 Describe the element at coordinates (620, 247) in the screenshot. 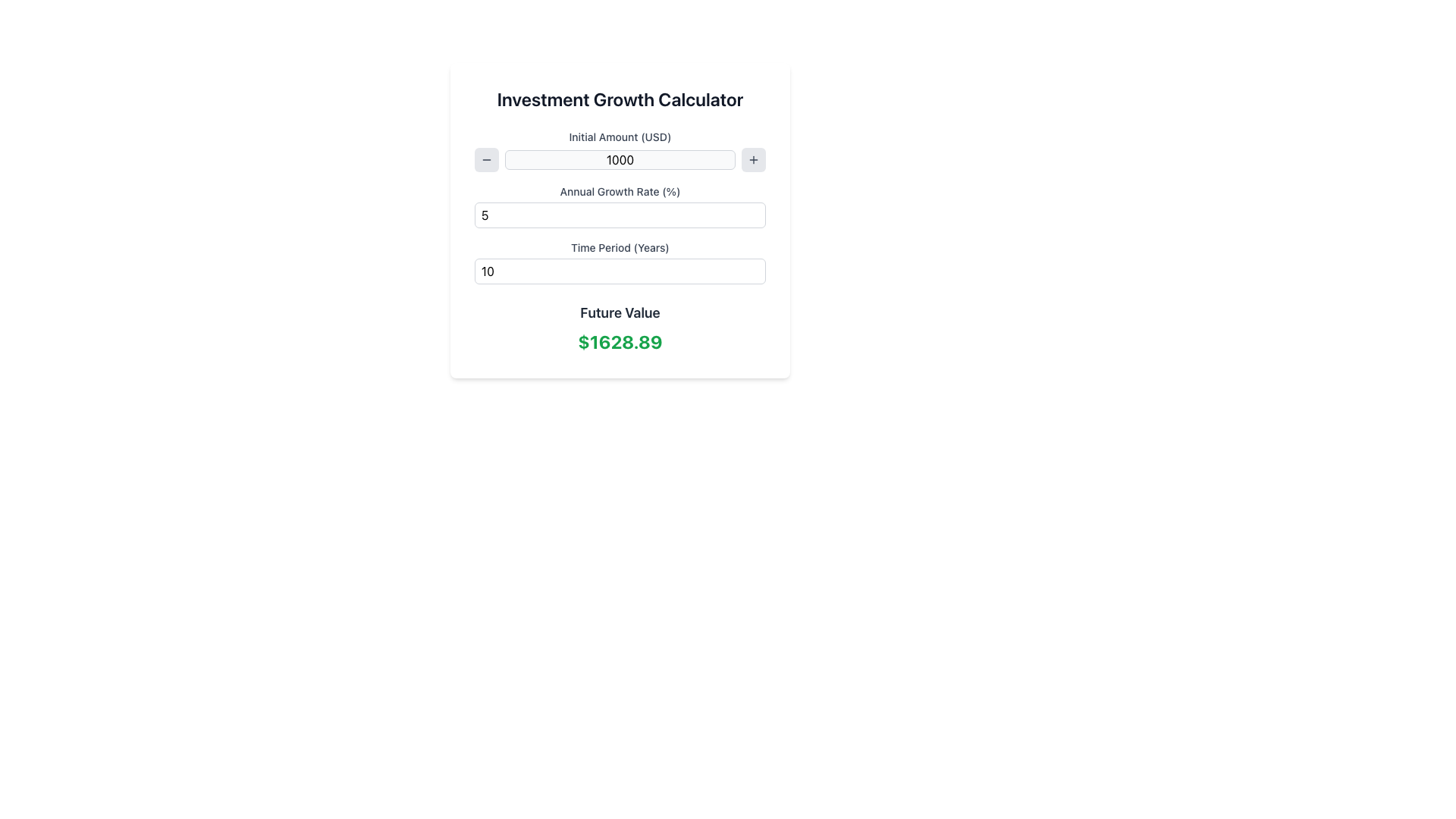

I see `the static text label that indicates 'Time Period (Years)', located above the number input field set to '10'` at that location.